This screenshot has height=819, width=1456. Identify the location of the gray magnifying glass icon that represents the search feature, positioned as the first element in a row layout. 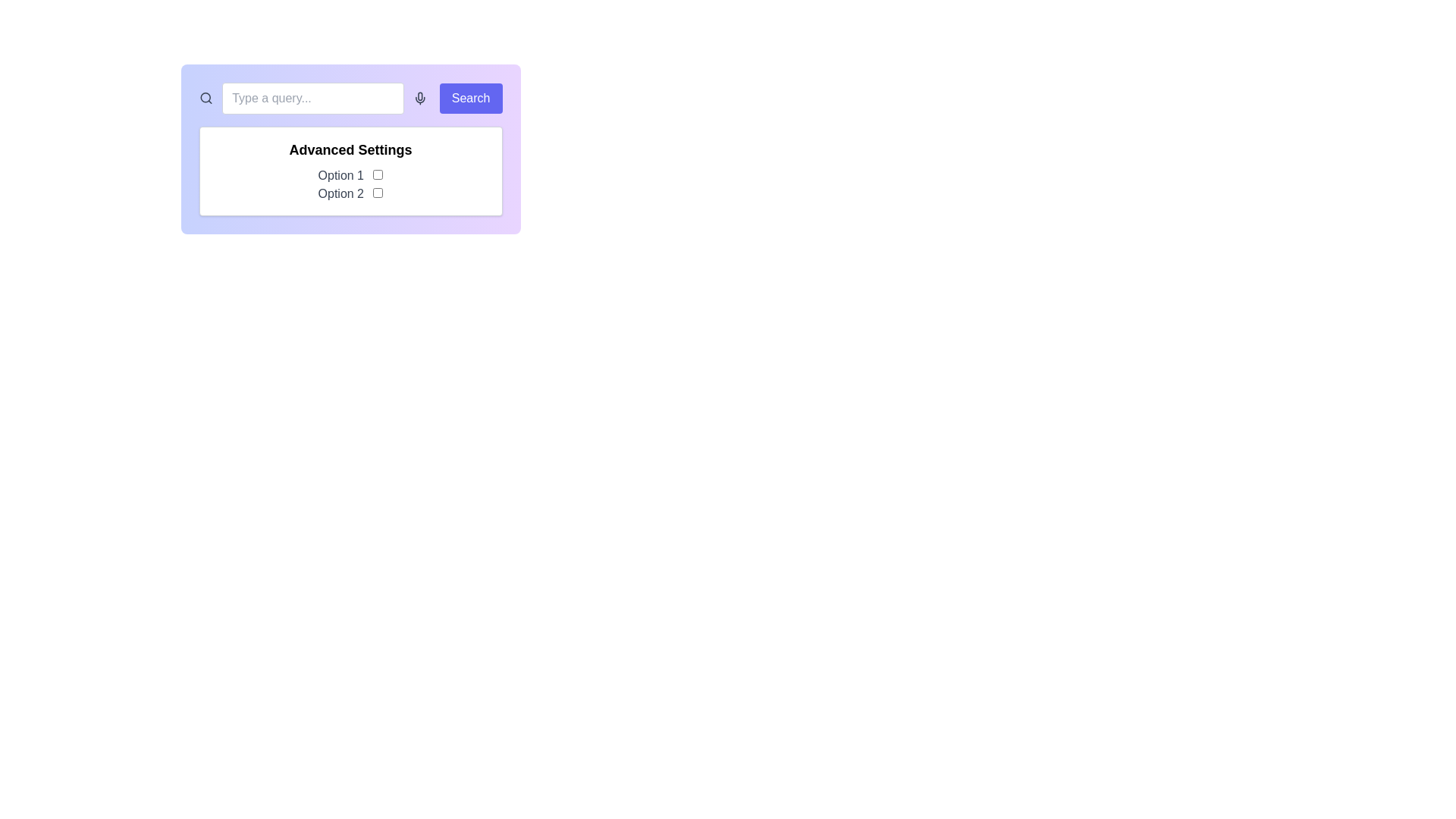
(205, 99).